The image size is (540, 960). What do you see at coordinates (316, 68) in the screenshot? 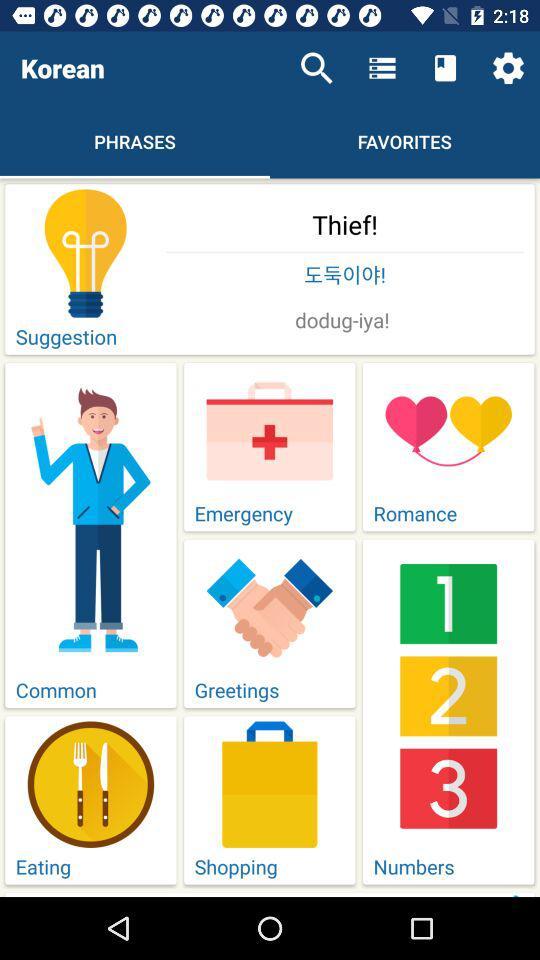
I see `item to the right of the korean item` at bounding box center [316, 68].